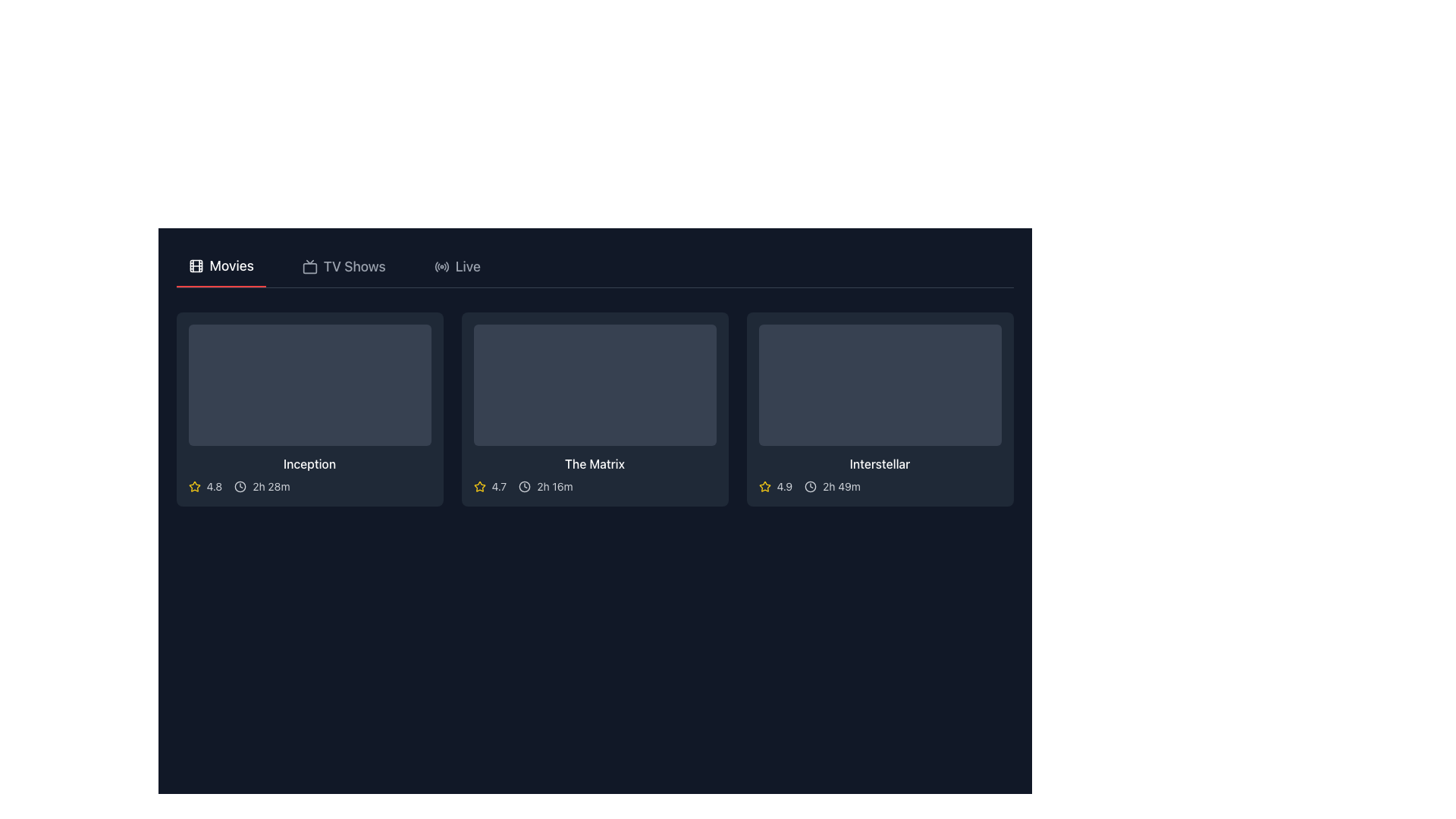  Describe the element at coordinates (195, 265) in the screenshot. I see `the film reel icon associated with the 'Movies' label in the top-left navigation bar for navigation` at that location.